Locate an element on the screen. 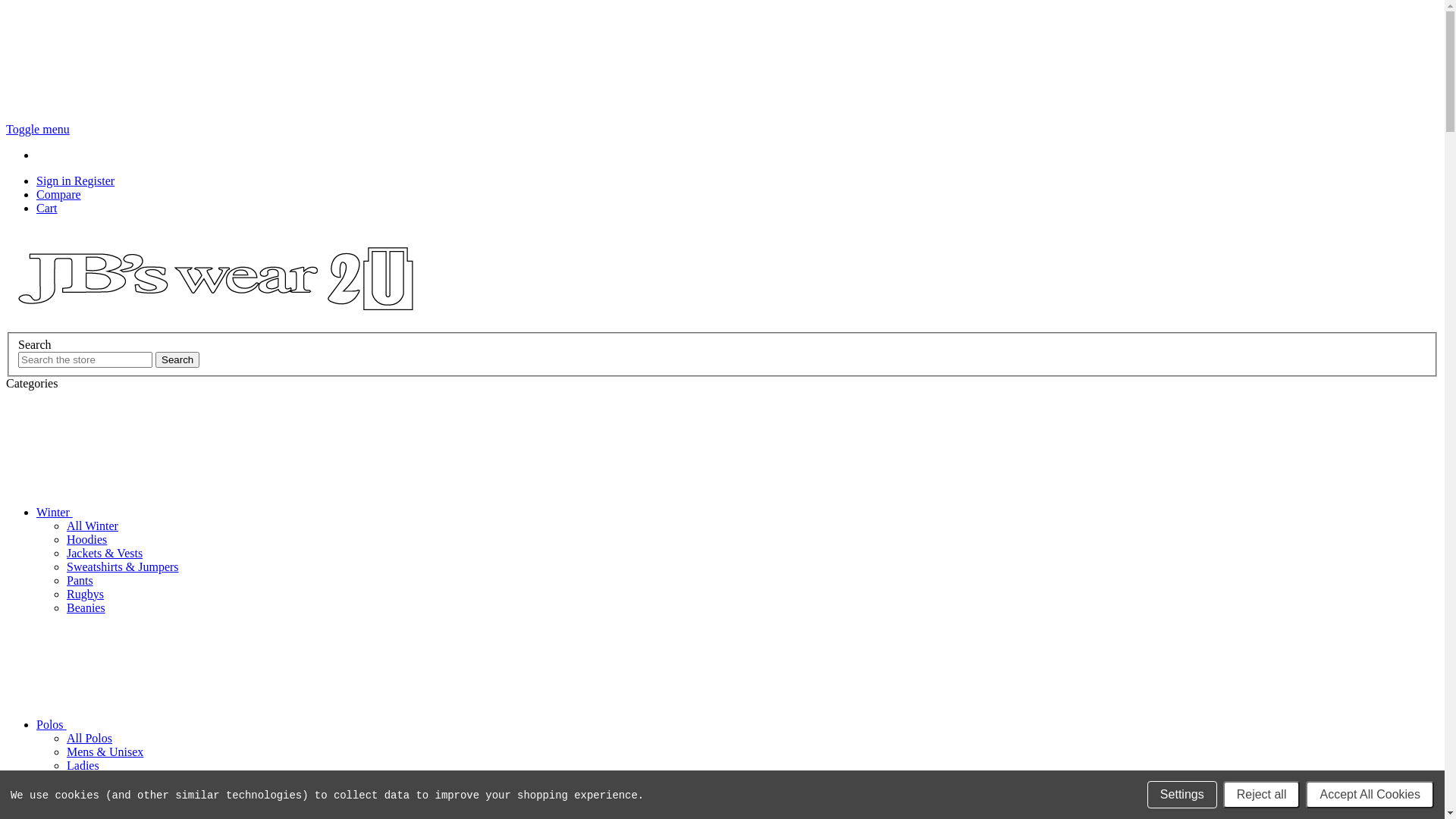  'Kids' is located at coordinates (65, 779).